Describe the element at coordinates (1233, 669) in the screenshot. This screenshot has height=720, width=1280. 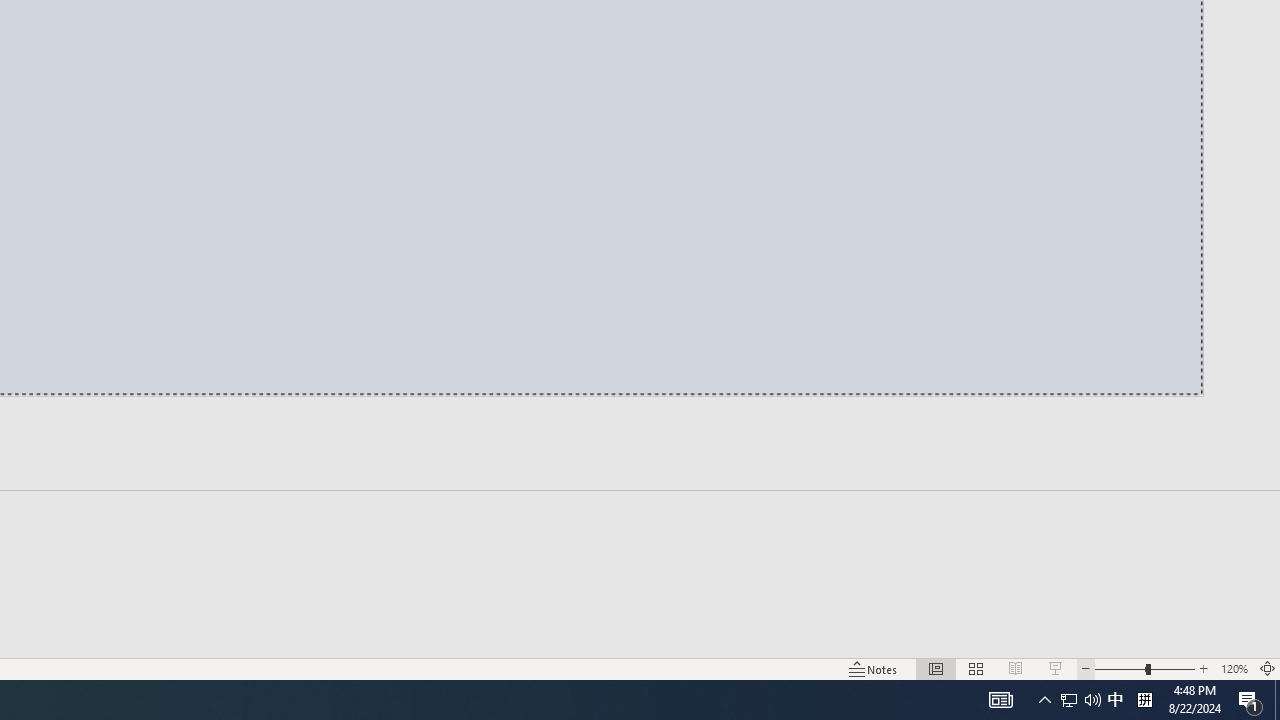
I see `'Zoom 120%'` at that location.